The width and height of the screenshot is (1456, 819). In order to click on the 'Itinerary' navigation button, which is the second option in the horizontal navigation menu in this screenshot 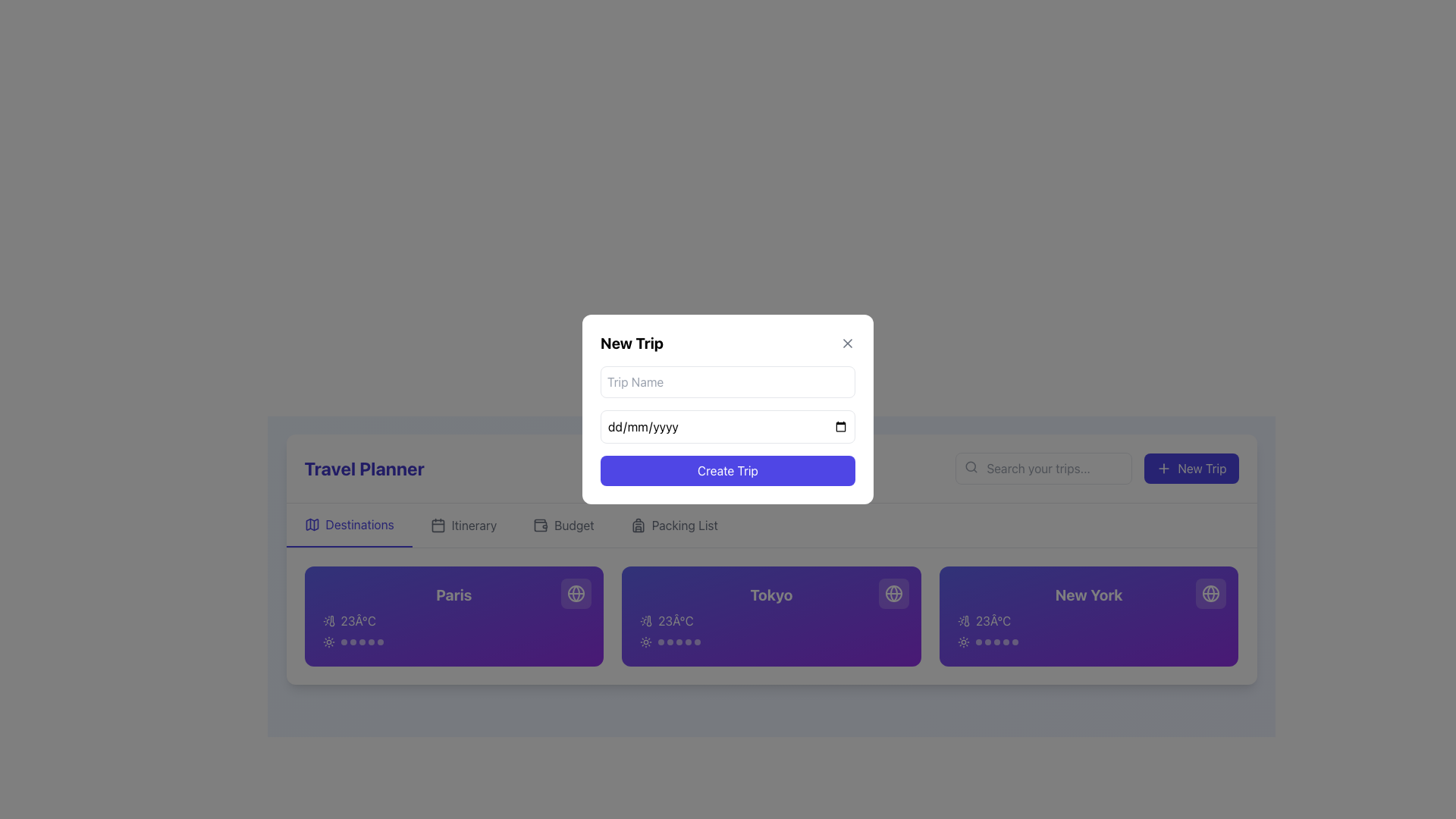, I will do `click(463, 525)`.